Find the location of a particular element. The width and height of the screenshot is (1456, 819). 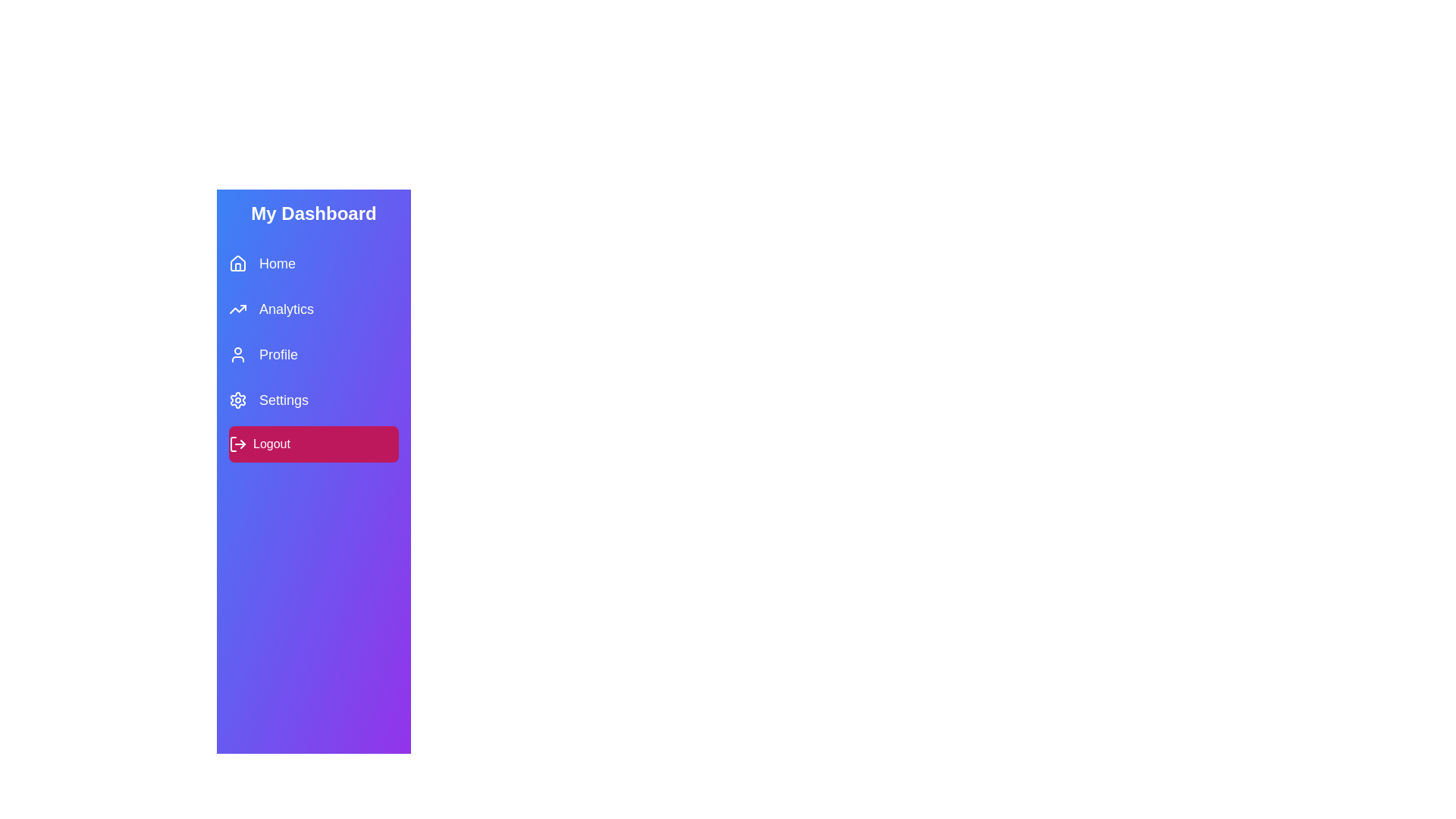

the decorative line within the logout icon, which is positioned towards the leftmost side of the logout button is located at coordinates (232, 444).